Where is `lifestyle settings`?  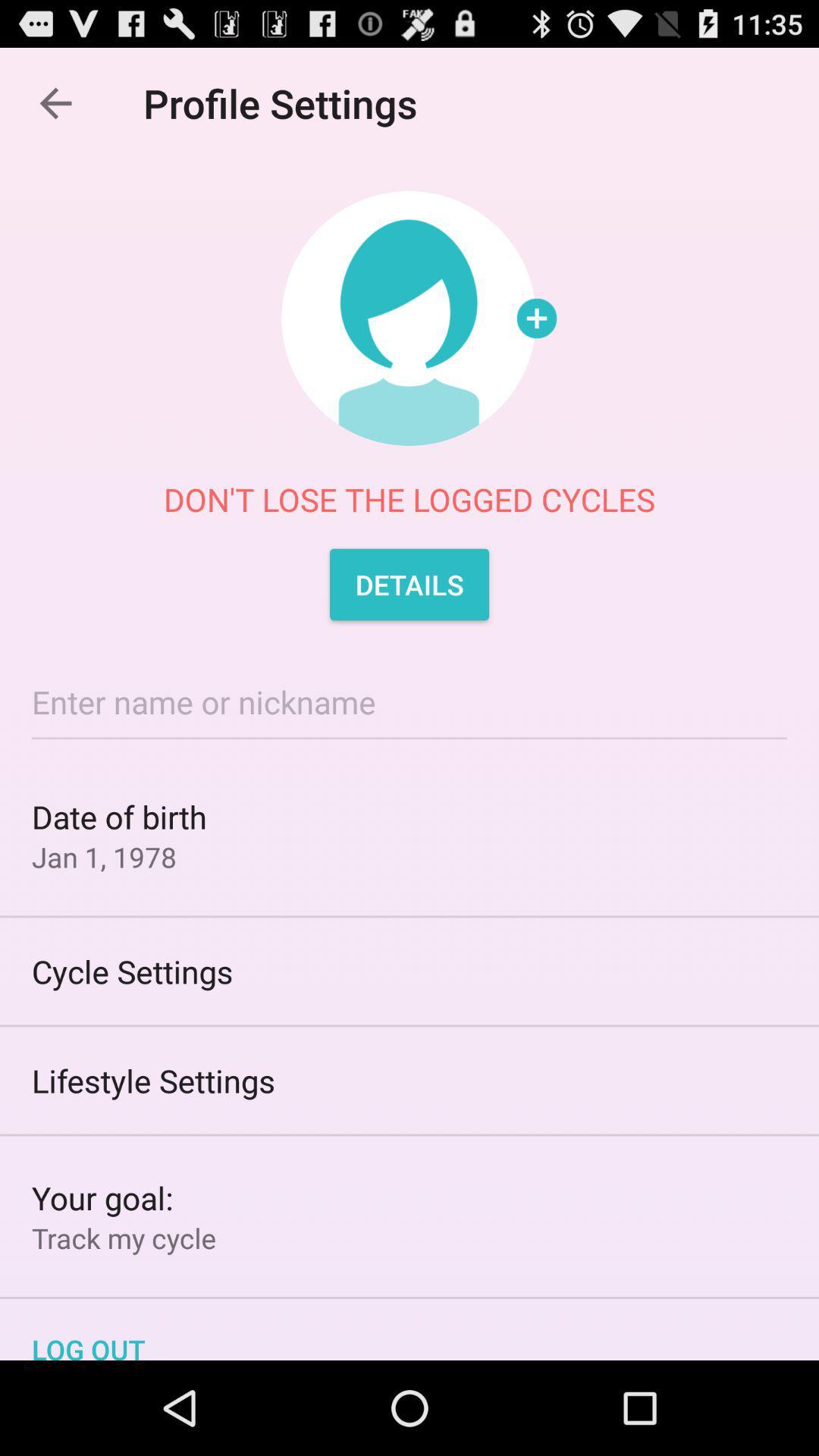
lifestyle settings is located at coordinates (409, 1080).